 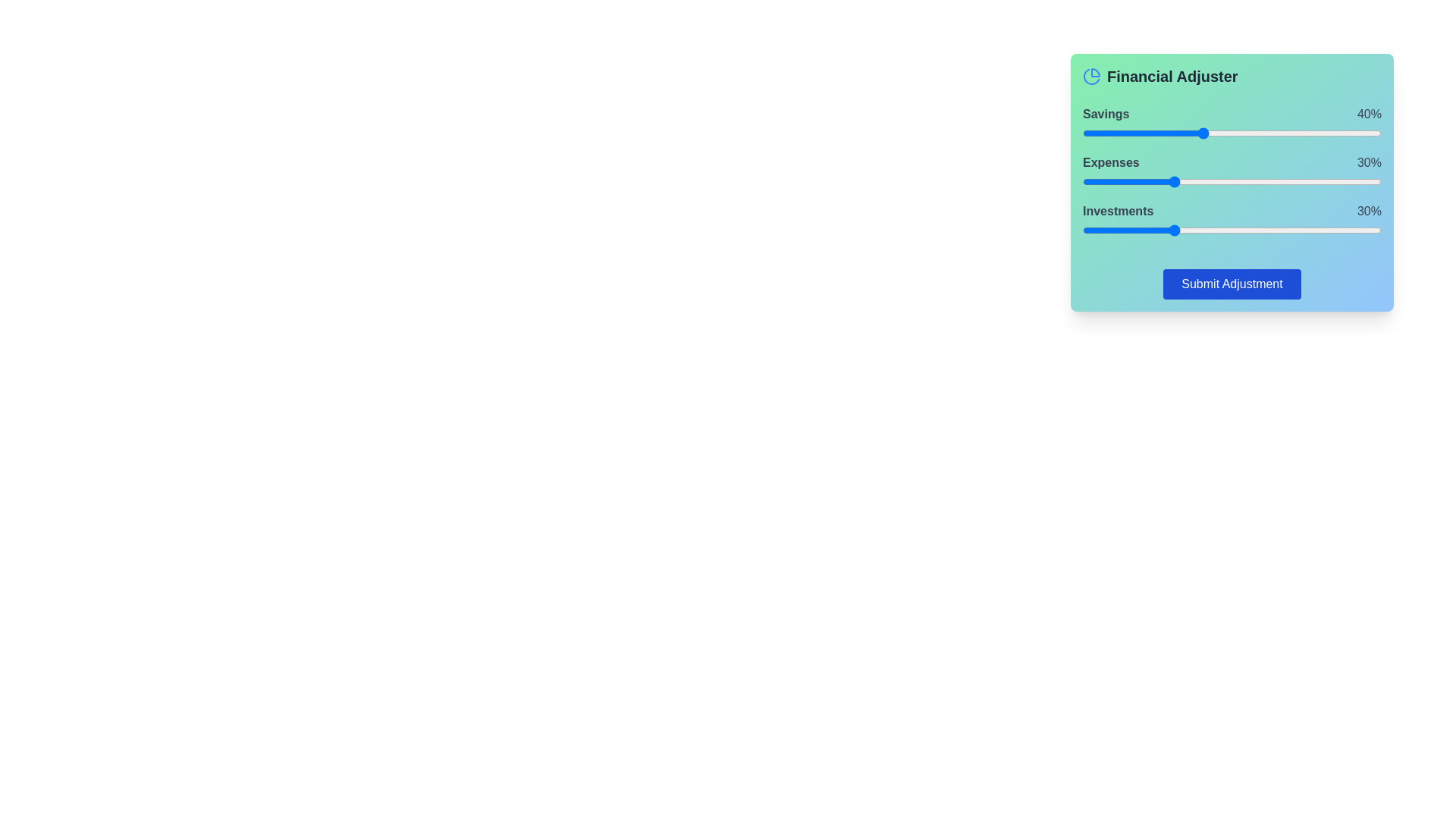 What do you see at coordinates (1186, 231) in the screenshot?
I see `the Investments slider to set the percentage to 35` at bounding box center [1186, 231].